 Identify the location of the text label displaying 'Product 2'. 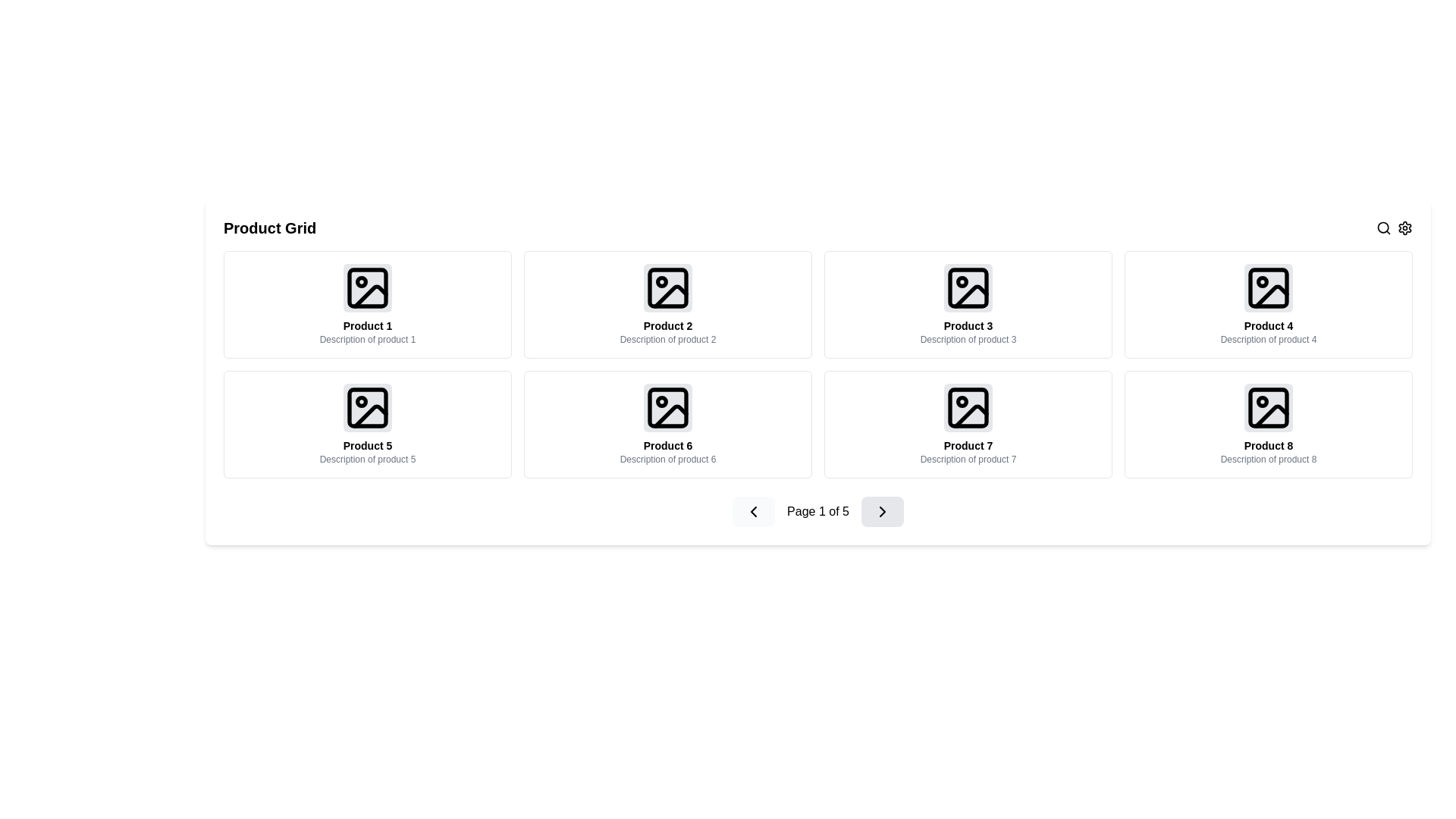
(667, 325).